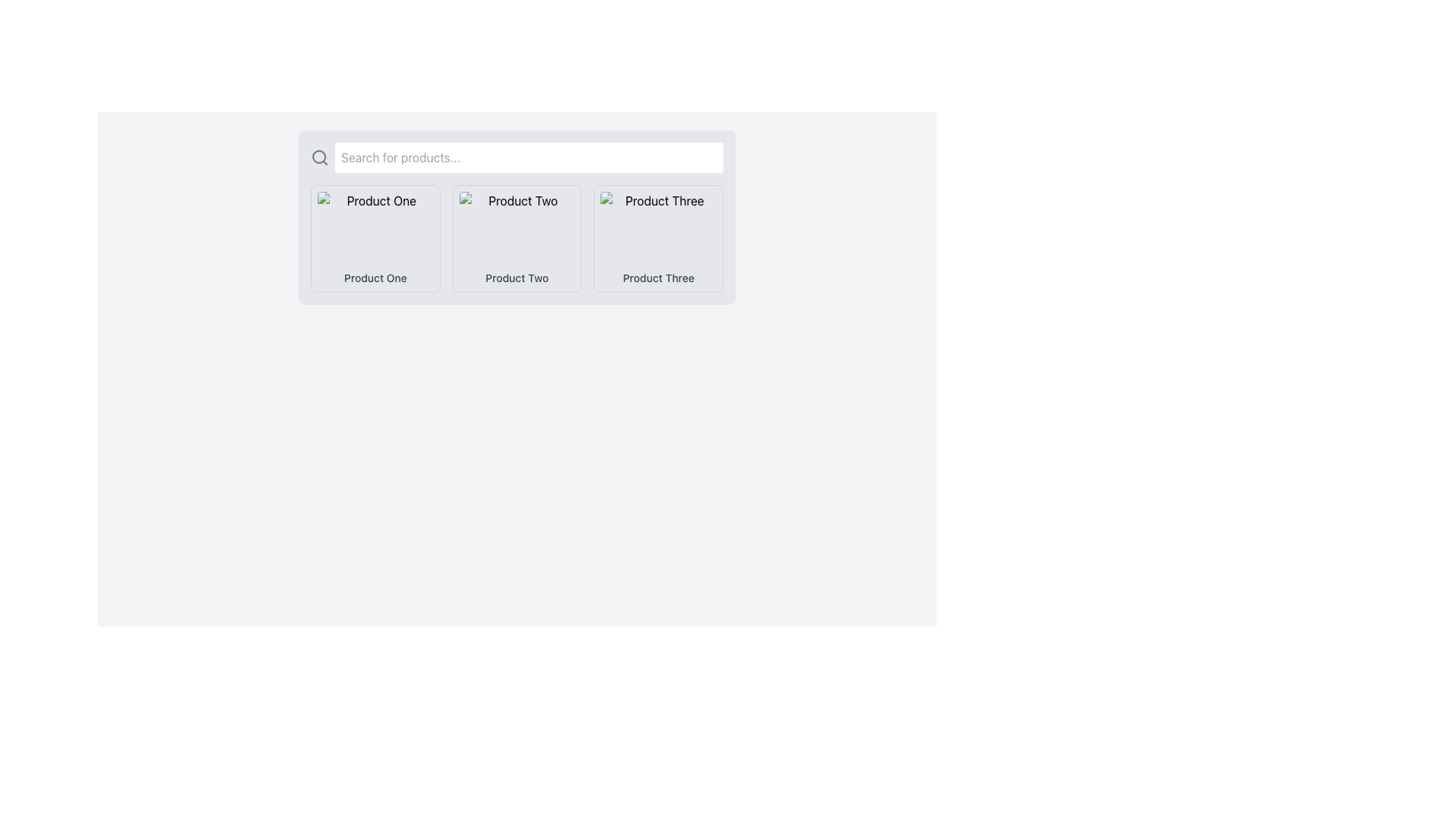 This screenshot has width=1456, height=819. I want to click on the search icon resembling a magnifying glass, which is located to the left of the text input box labeled 'Search for products...', so click(319, 158).